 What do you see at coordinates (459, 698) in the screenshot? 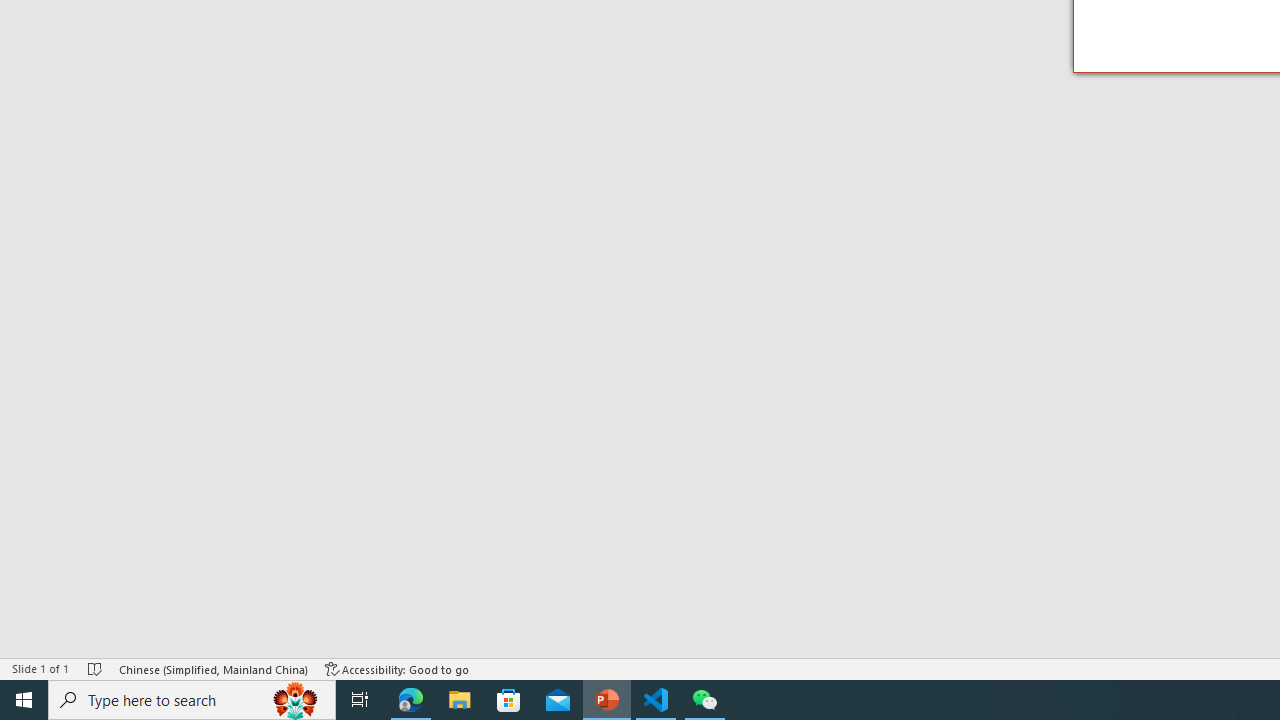
I see `'File Explorer'` at bounding box center [459, 698].